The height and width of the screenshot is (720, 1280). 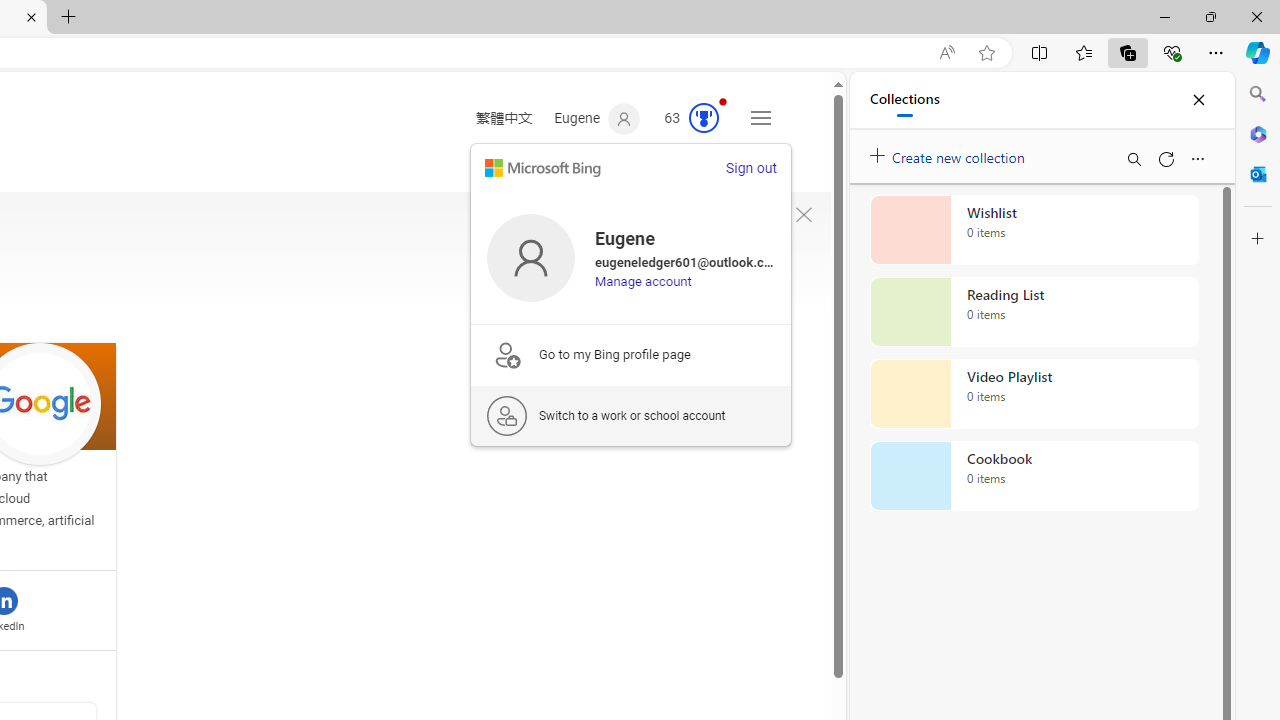 I want to click on 'More options menu', so click(x=1197, y=158).